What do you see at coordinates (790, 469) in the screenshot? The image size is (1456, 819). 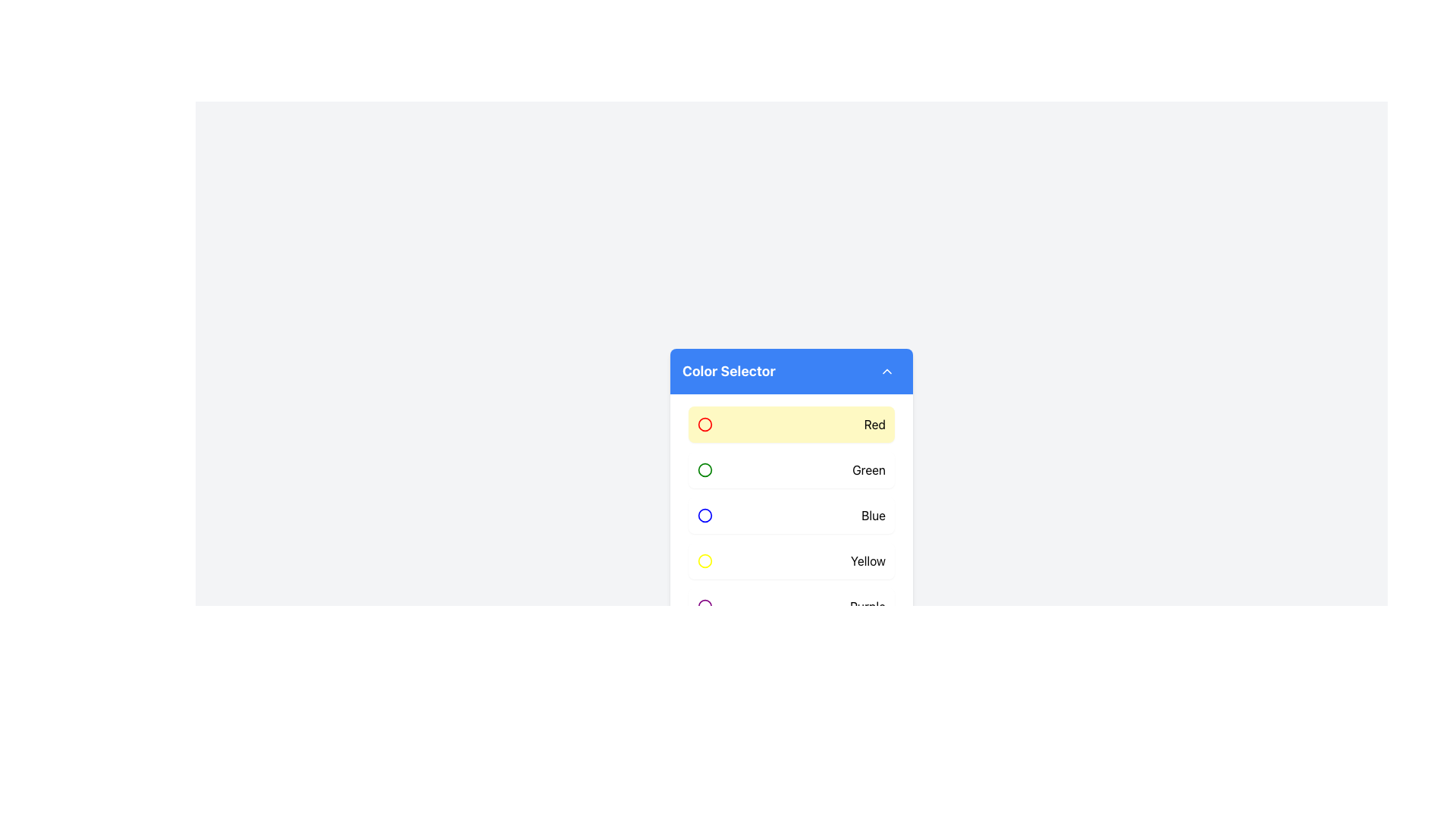 I see `the 'Green' option in the color selection list` at bounding box center [790, 469].